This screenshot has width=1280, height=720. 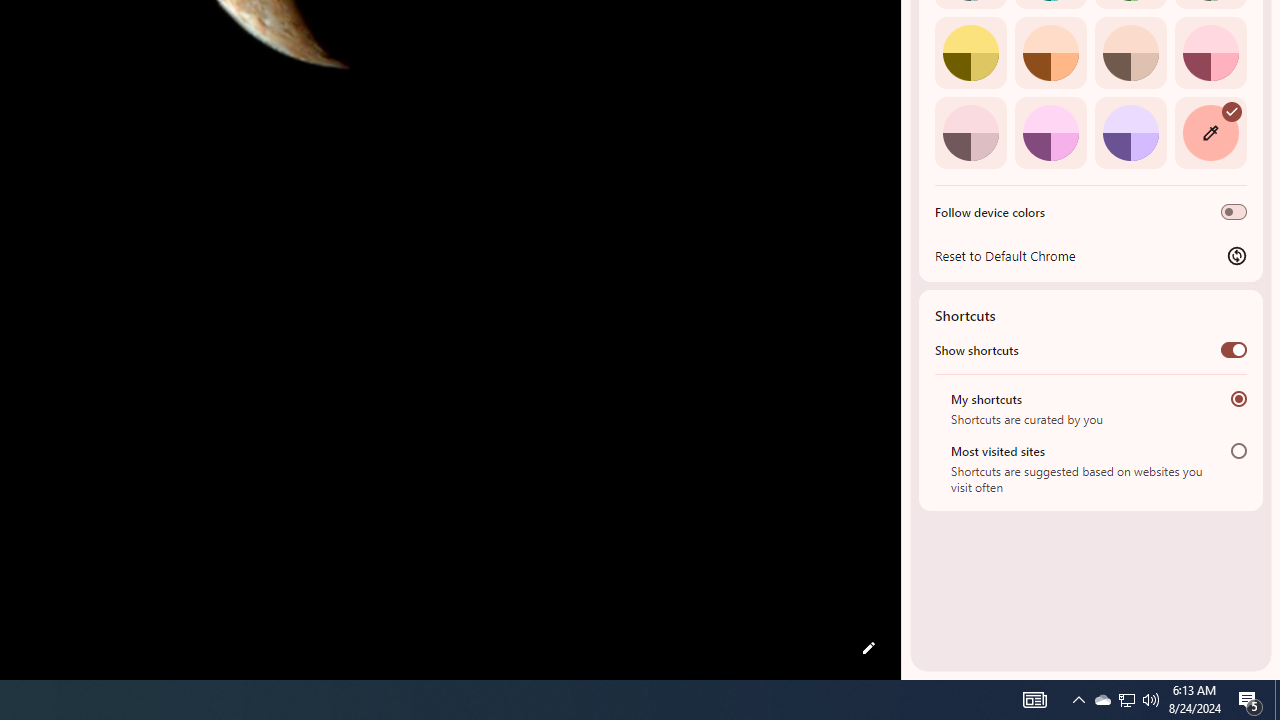 I want to click on 'Rose', so click(x=1209, y=51).